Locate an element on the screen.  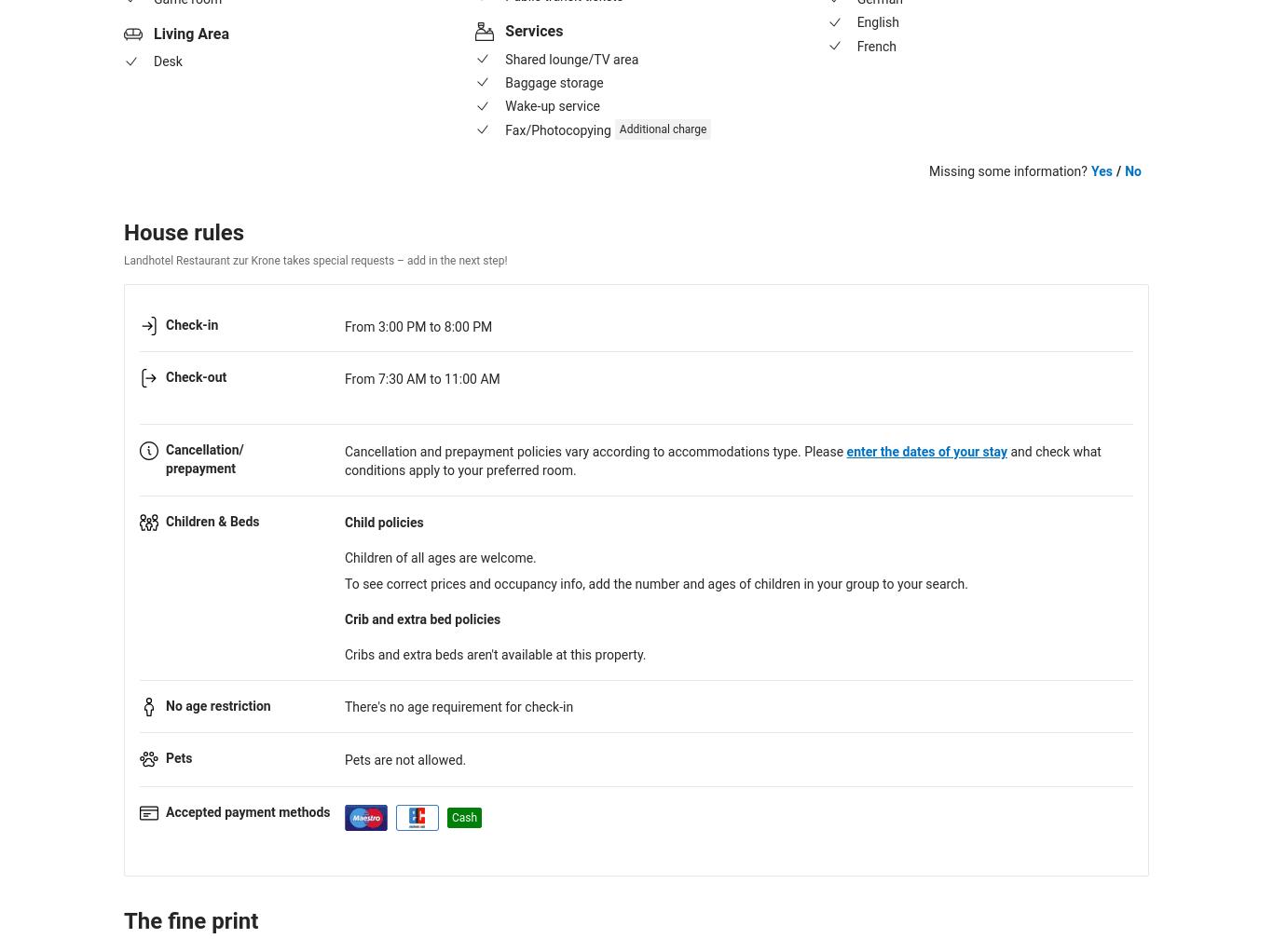
'Check-out' is located at coordinates (195, 377).